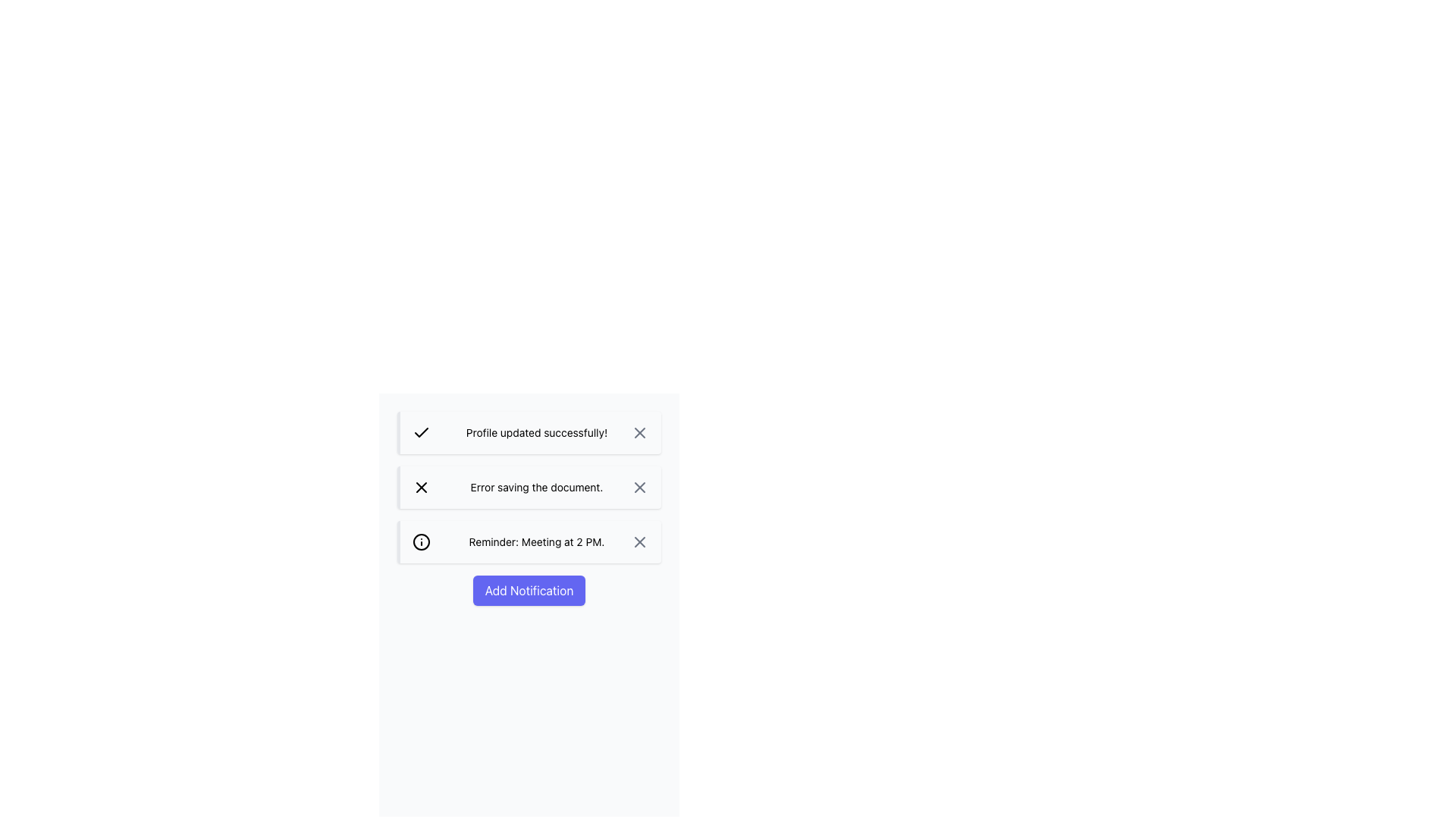 This screenshot has width=1456, height=819. What do you see at coordinates (640, 432) in the screenshot?
I see `the checkmark icon styled as a diagonal cross (X) located at the far right of the topmost notification item` at bounding box center [640, 432].